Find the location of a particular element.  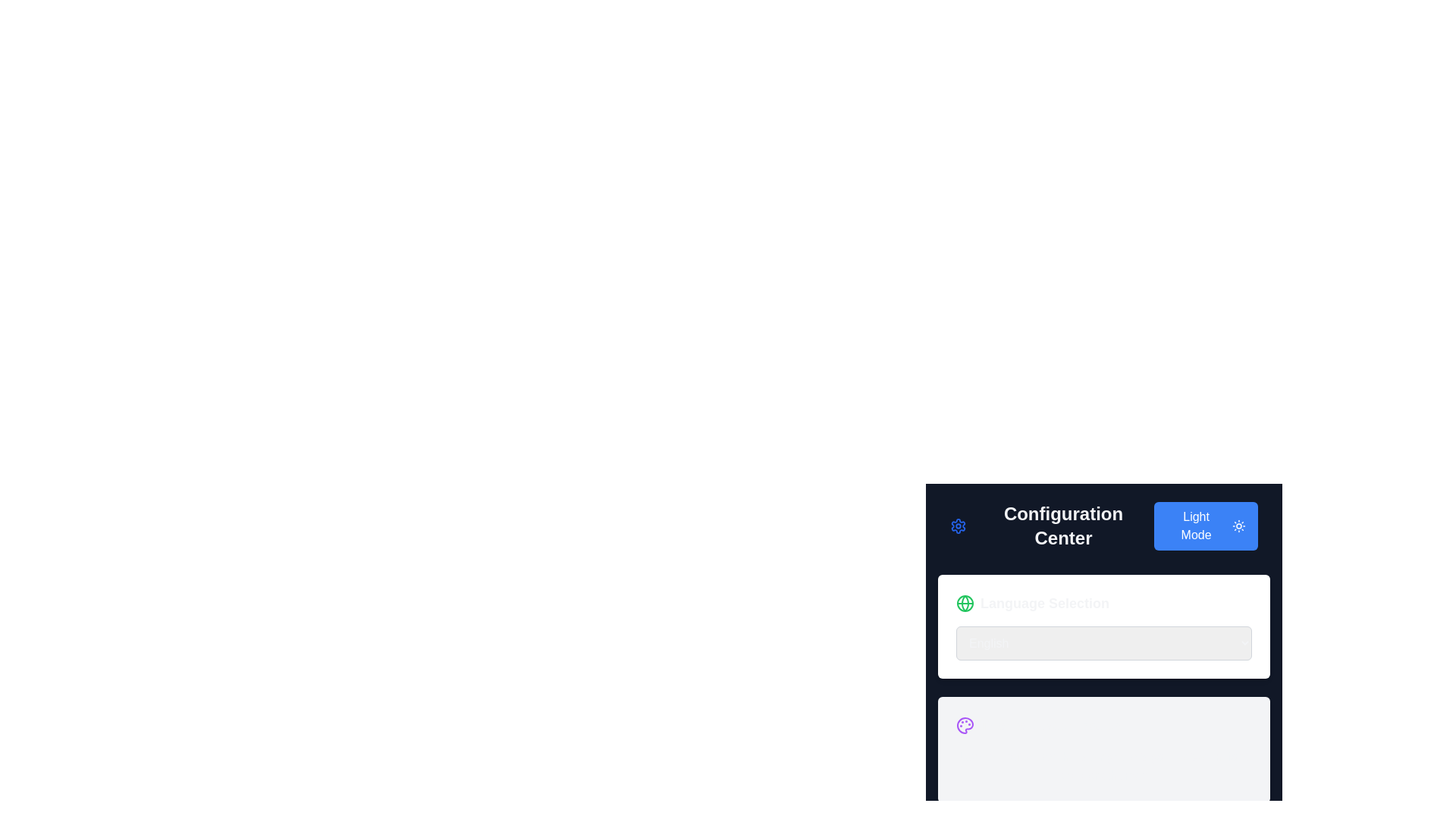

the gear-shaped icon with a blue outline located to the left of the 'Configuration Center' text in the top-left corner of the user interface is located at coordinates (957, 526).